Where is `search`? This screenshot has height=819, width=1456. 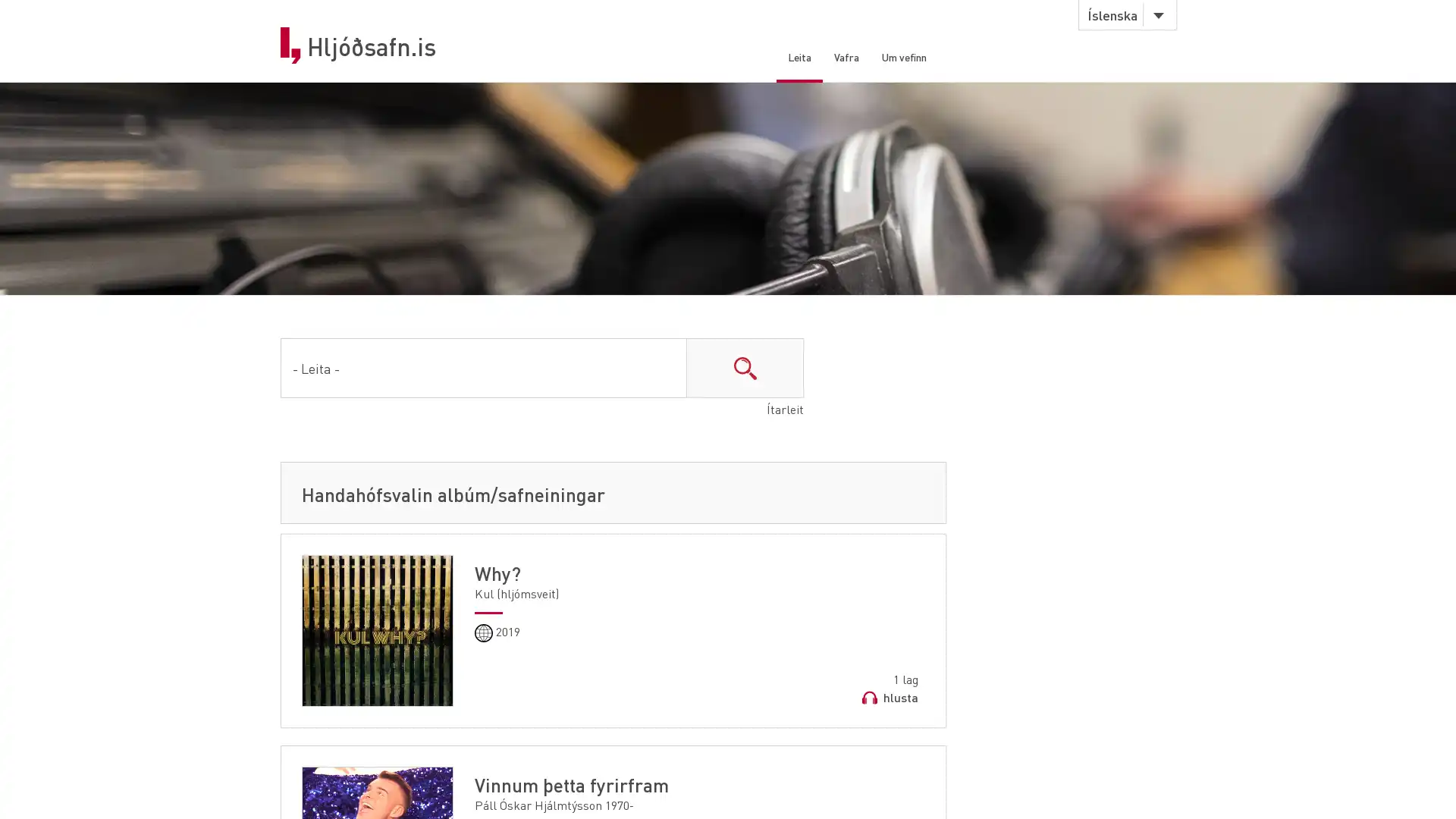
search is located at coordinates (745, 371).